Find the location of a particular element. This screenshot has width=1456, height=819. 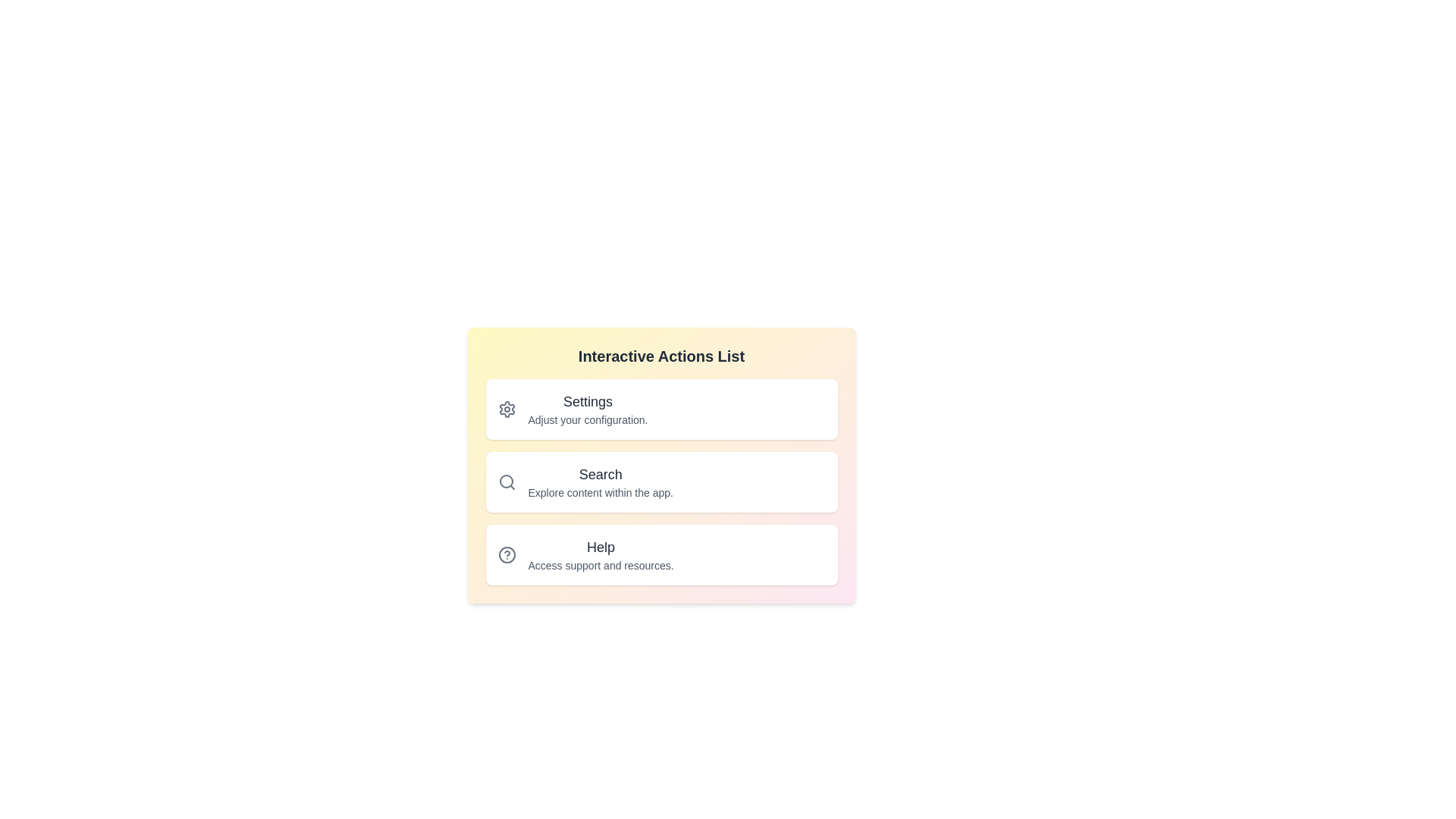

the 'Settings' item to navigate to configuration options is located at coordinates (587, 400).